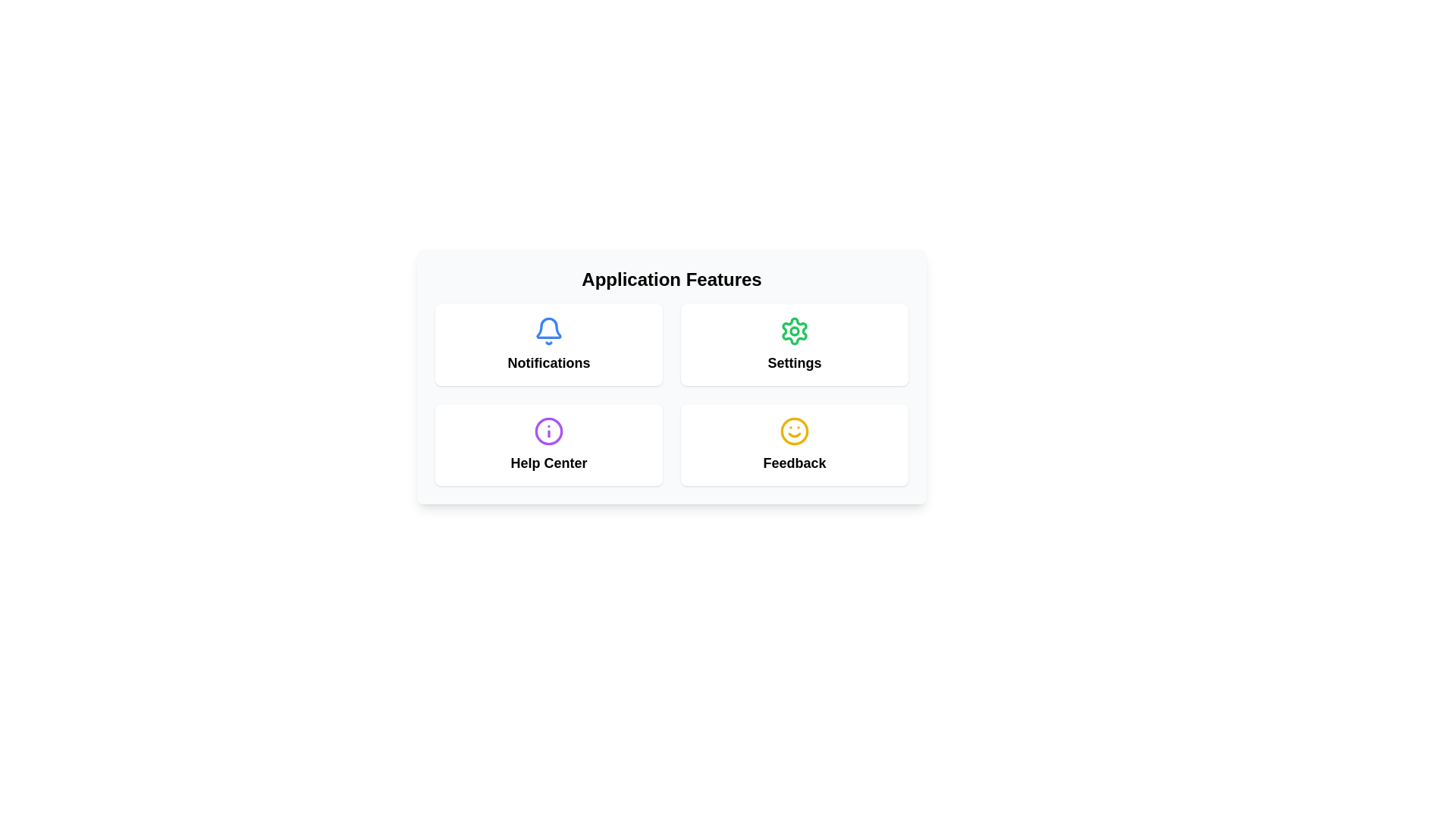 The image size is (1456, 819). Describe the element at coordinates (793, 330) in the screenshot. I see `the central circle of the settings icon, which is positioned within the cogwheel design` at that location.